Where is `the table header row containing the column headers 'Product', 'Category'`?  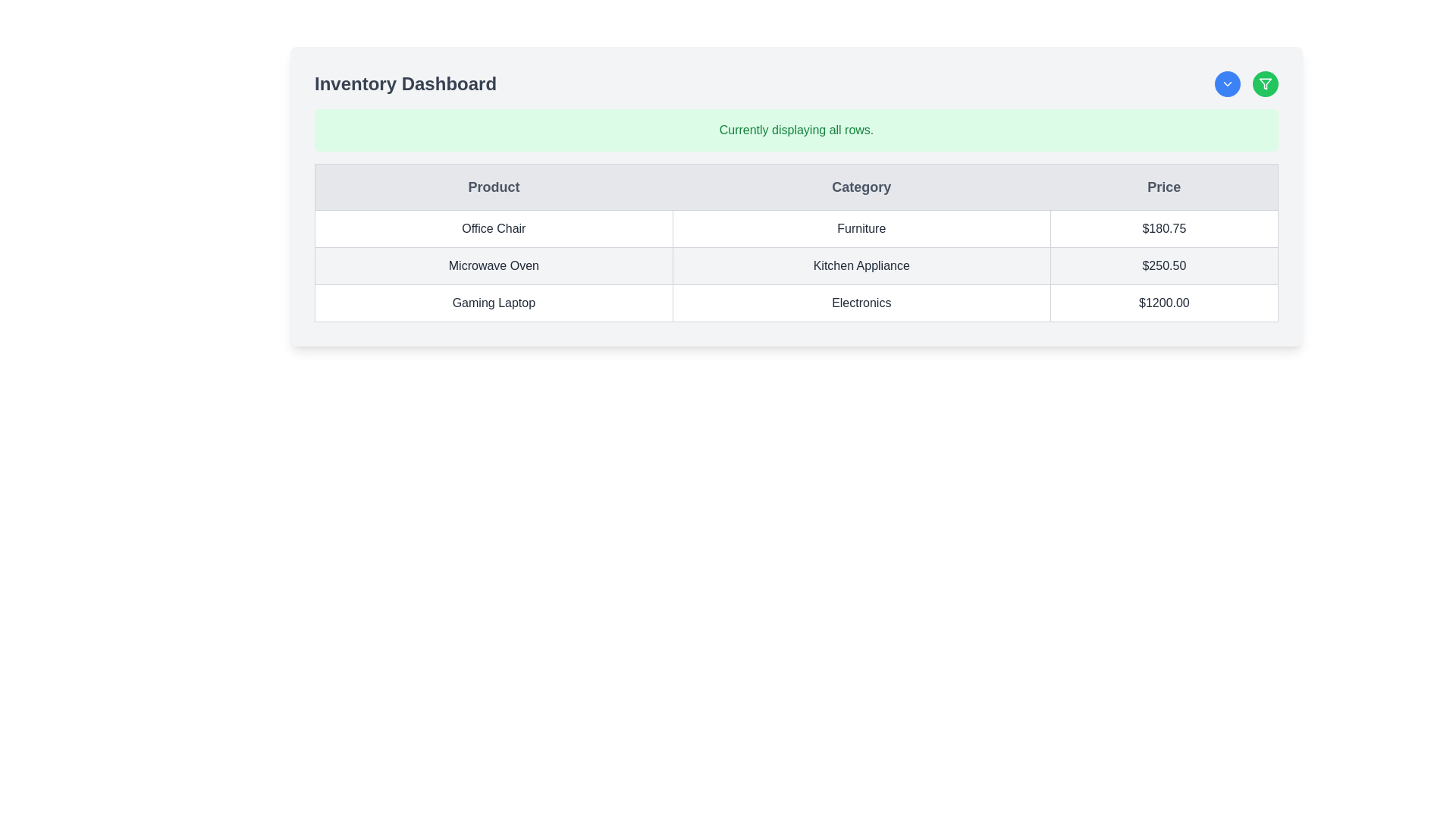 the table header row containing the column headers 'Product', 'Category' is located at coordinates (795, 186).